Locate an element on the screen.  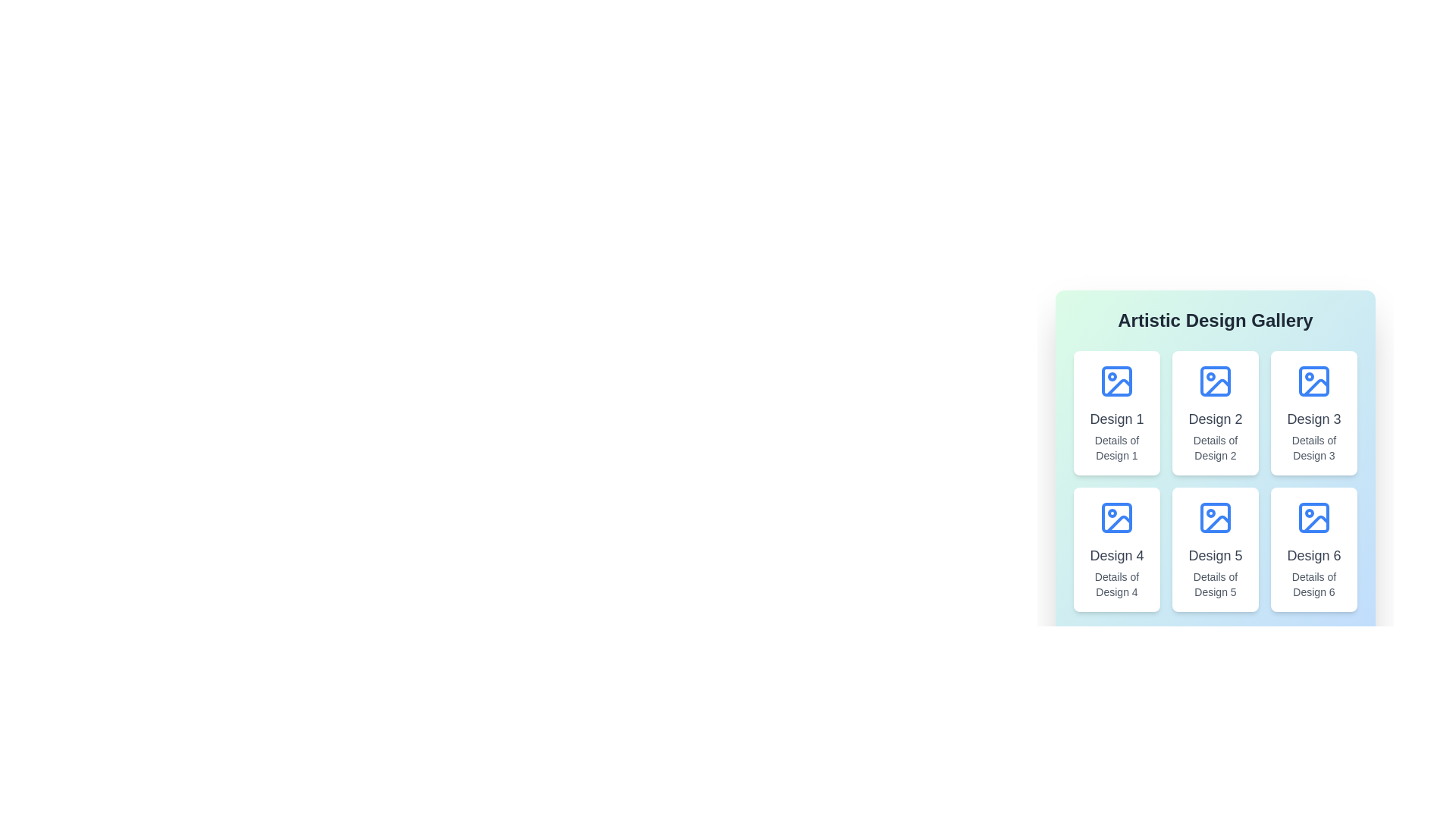
the Icon background of the second icon in the top row of the 'Artistic Design Gallery' grid layout, located in the 'Design 2' section is located at coordinates (1216, 380).